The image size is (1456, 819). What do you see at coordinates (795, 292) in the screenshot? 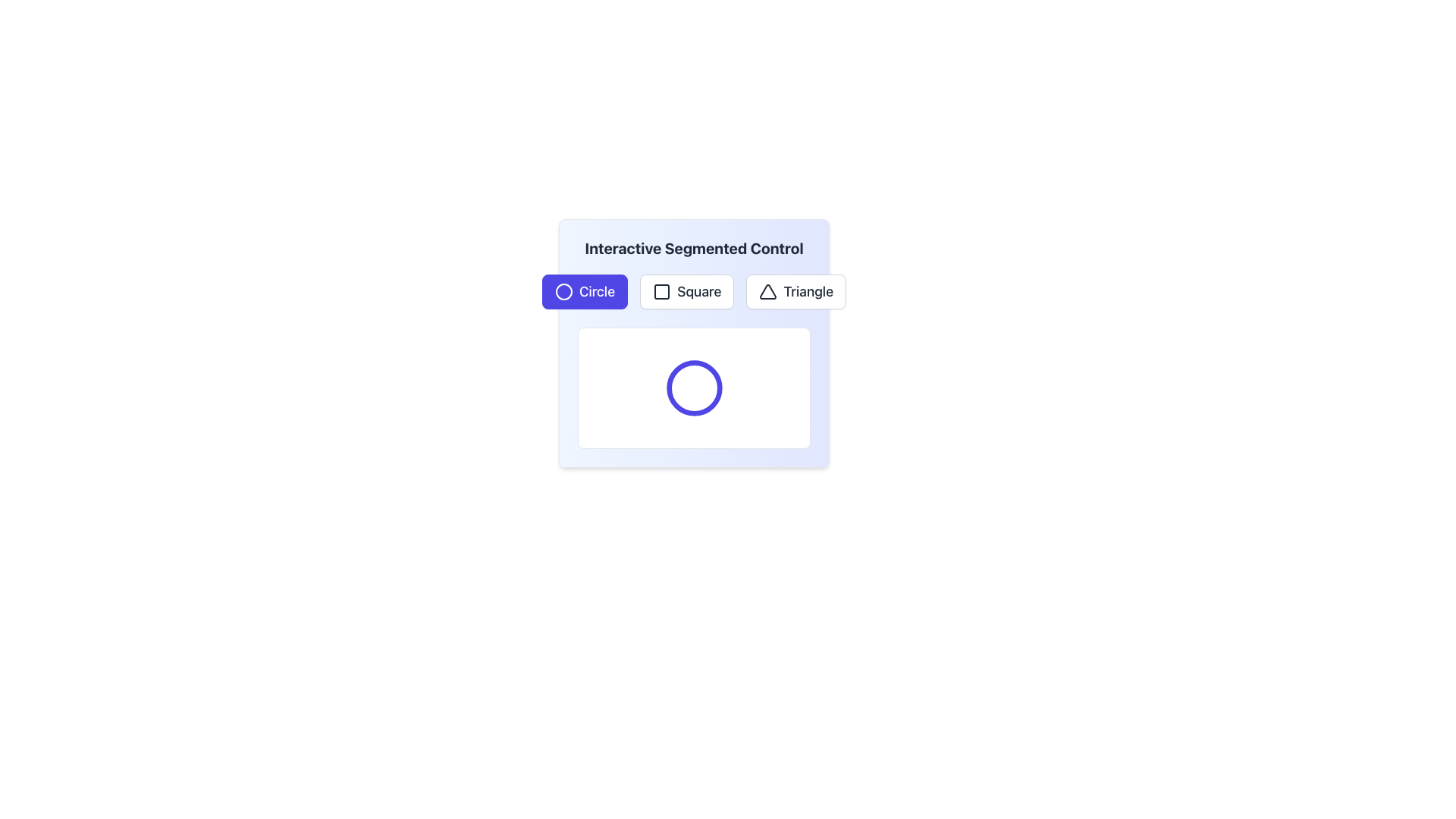
I see `the button labeled 'Triangle', which is the third button in a horizontal list of three buttons, styled with a white background and gray text` at bounding box center [795, 292].